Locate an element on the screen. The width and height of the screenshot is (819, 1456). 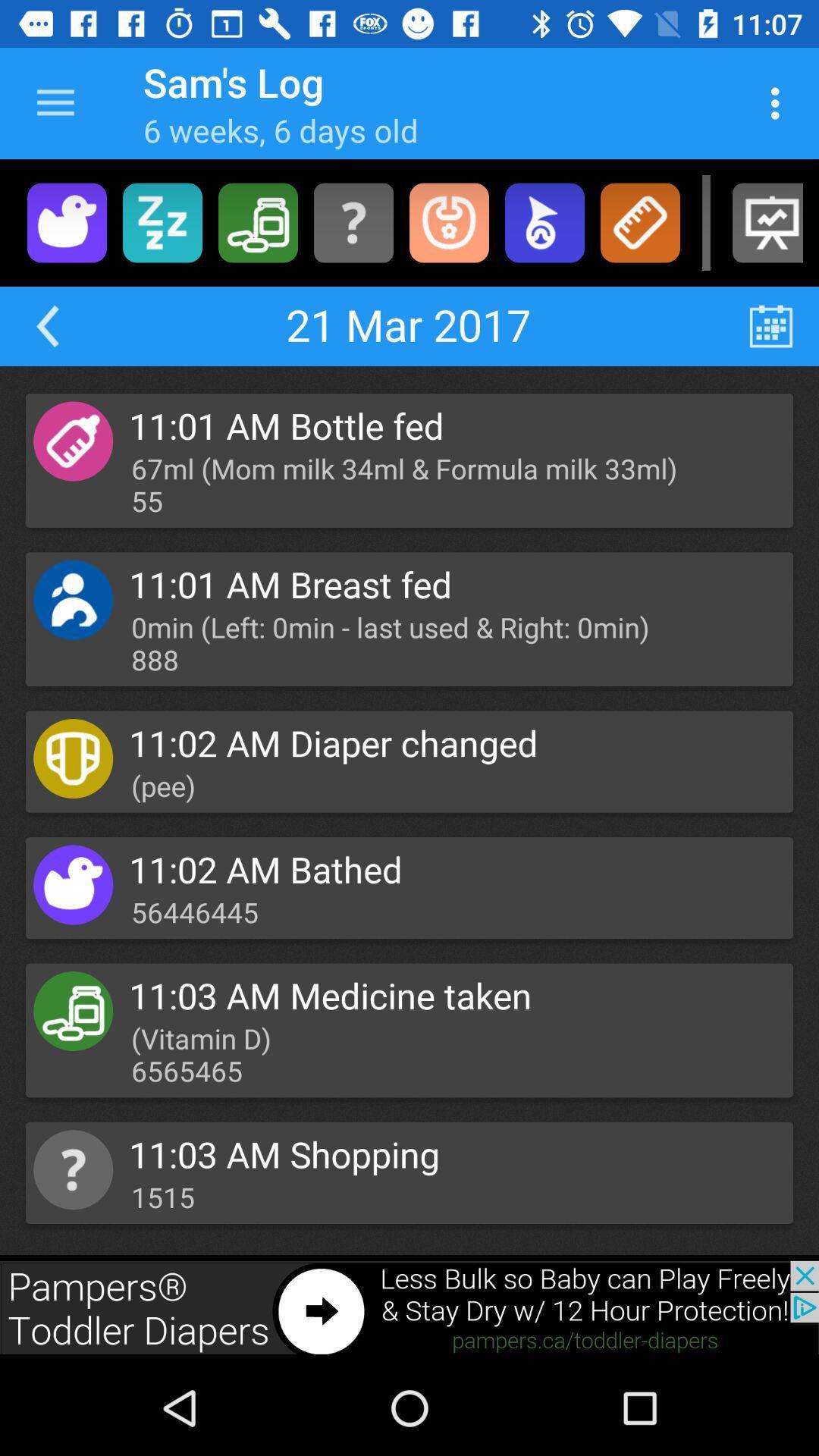
bath is located at coordinates (66, 221).